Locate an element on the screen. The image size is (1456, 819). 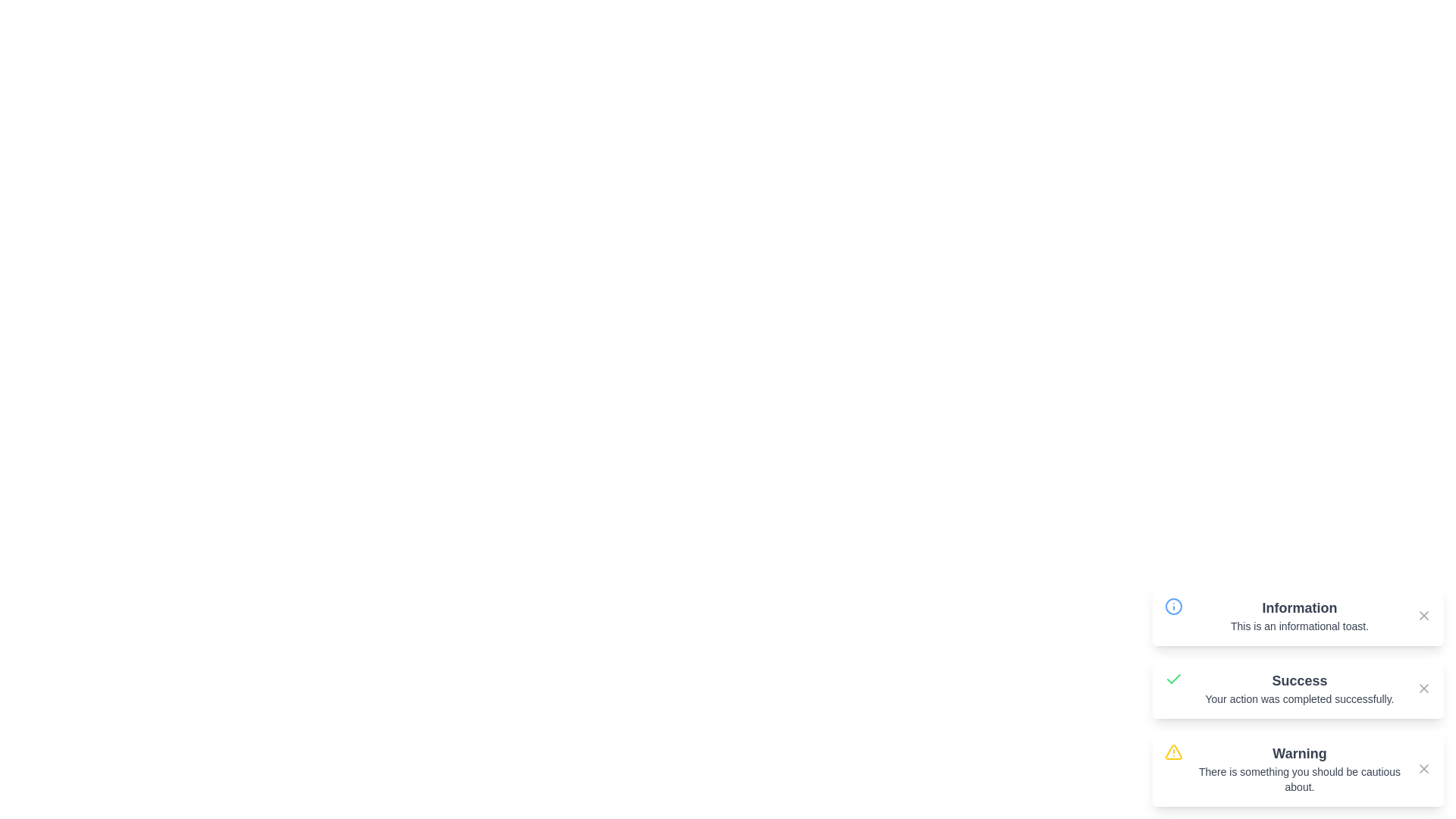
text content of the warning message that starts with a bold heading 'Warning' and includes a description below it, located to the right of the caution icon is located at coordinates (1298, 769).